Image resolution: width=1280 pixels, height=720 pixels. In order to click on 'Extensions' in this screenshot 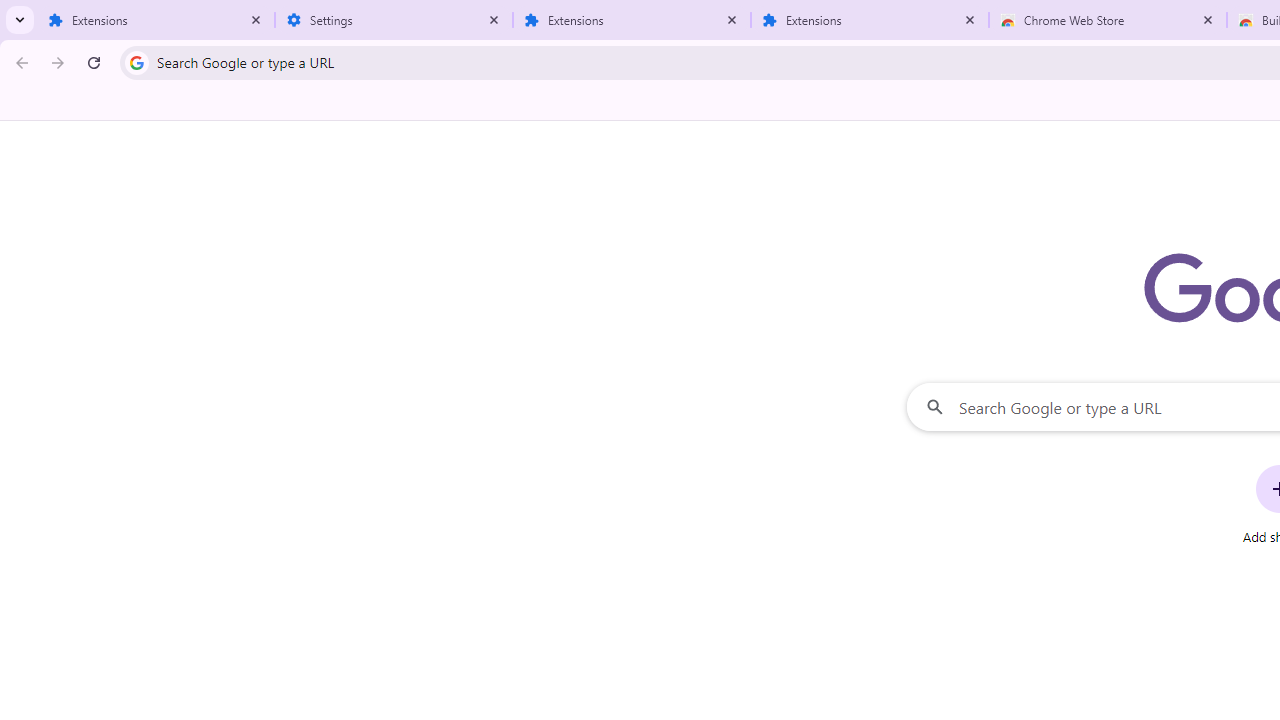, I will do `click(155, 20)`.